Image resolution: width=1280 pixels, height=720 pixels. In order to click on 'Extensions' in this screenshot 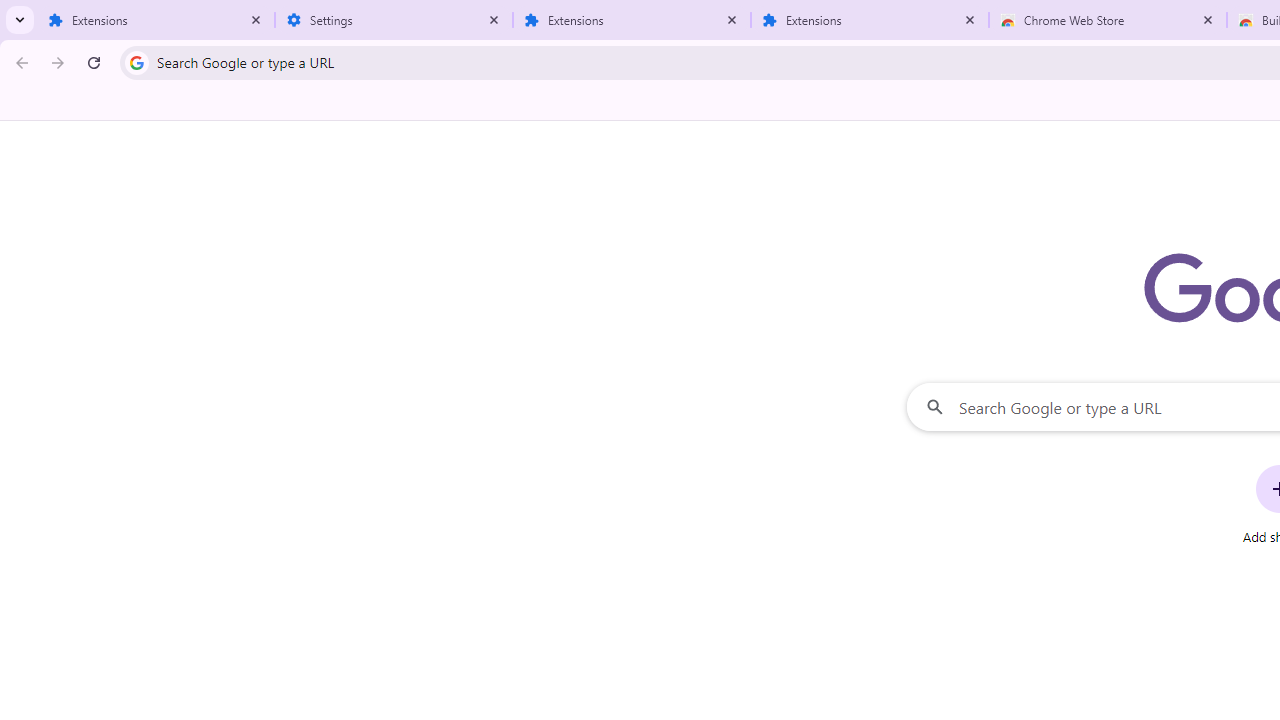, I will do `click(155, 20)`.